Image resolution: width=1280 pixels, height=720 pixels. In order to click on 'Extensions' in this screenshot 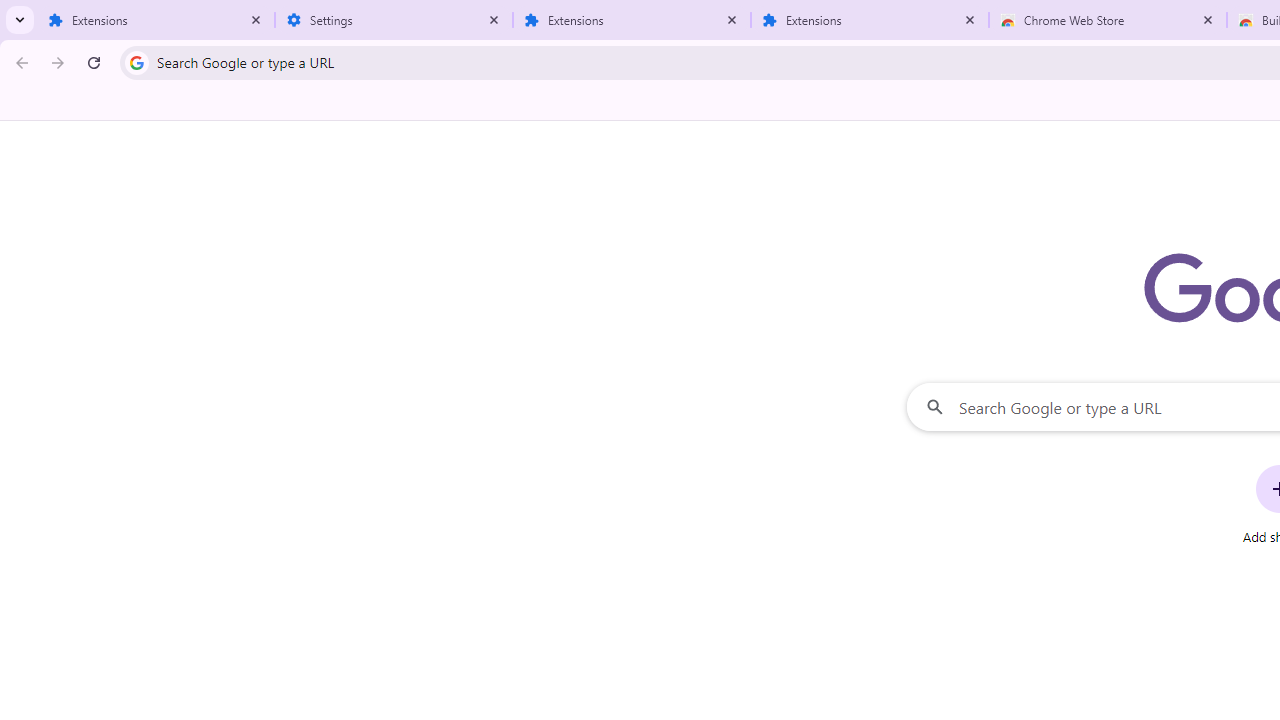, I will do `click(155, 20)`.